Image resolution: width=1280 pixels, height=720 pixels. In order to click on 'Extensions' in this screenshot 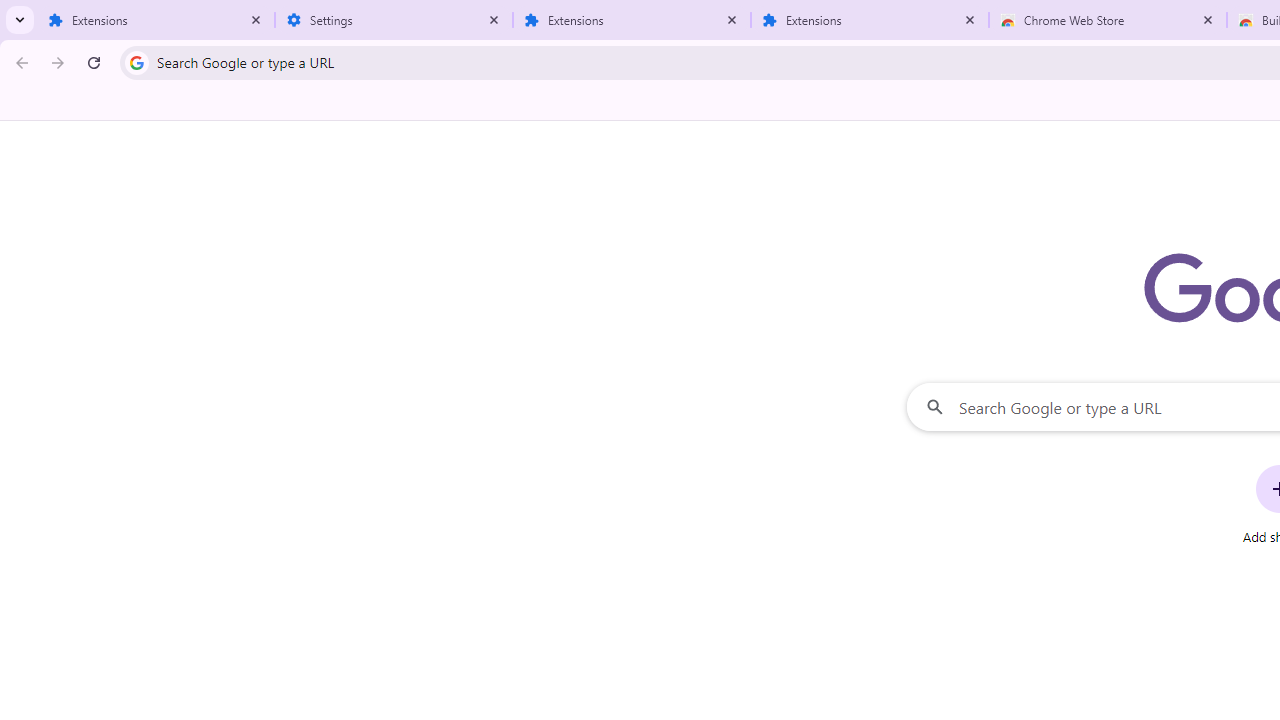, I will do `click(155, 20)`.